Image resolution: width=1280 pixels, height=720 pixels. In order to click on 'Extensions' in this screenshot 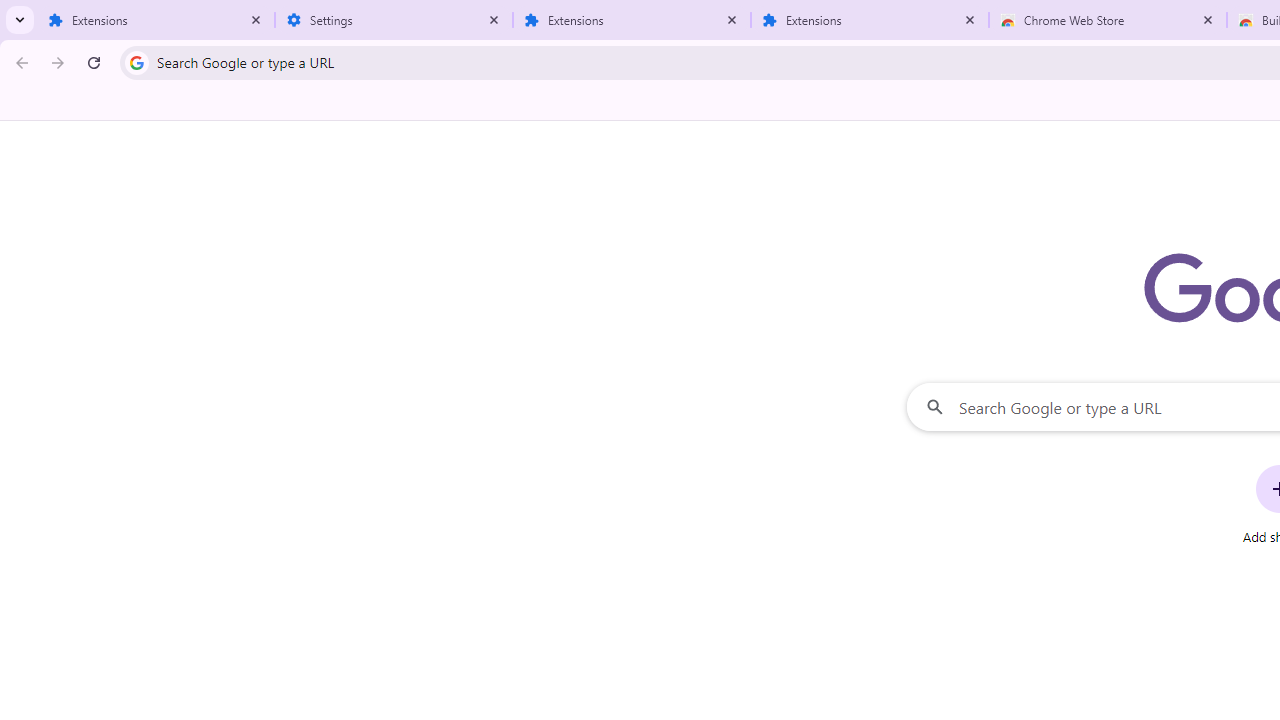, I will do `click(155, 20)`.